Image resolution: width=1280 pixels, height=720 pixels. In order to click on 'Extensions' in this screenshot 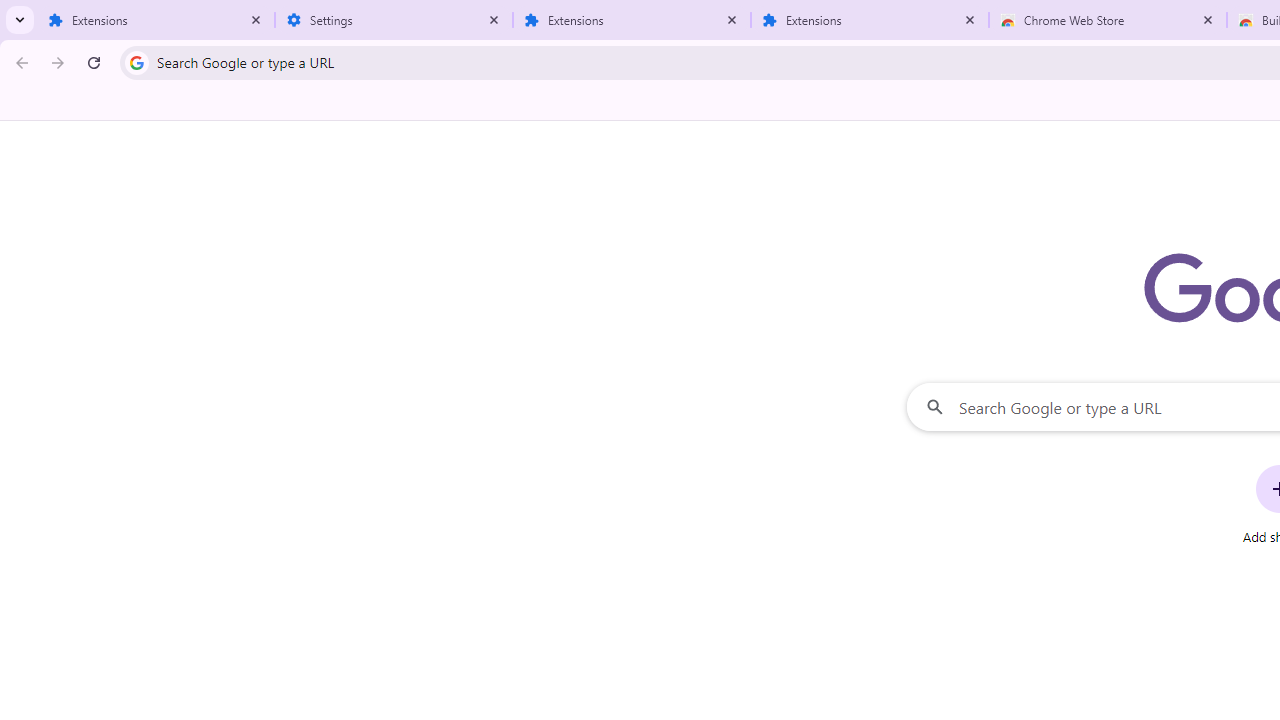, I will do `click(155, 20)`.